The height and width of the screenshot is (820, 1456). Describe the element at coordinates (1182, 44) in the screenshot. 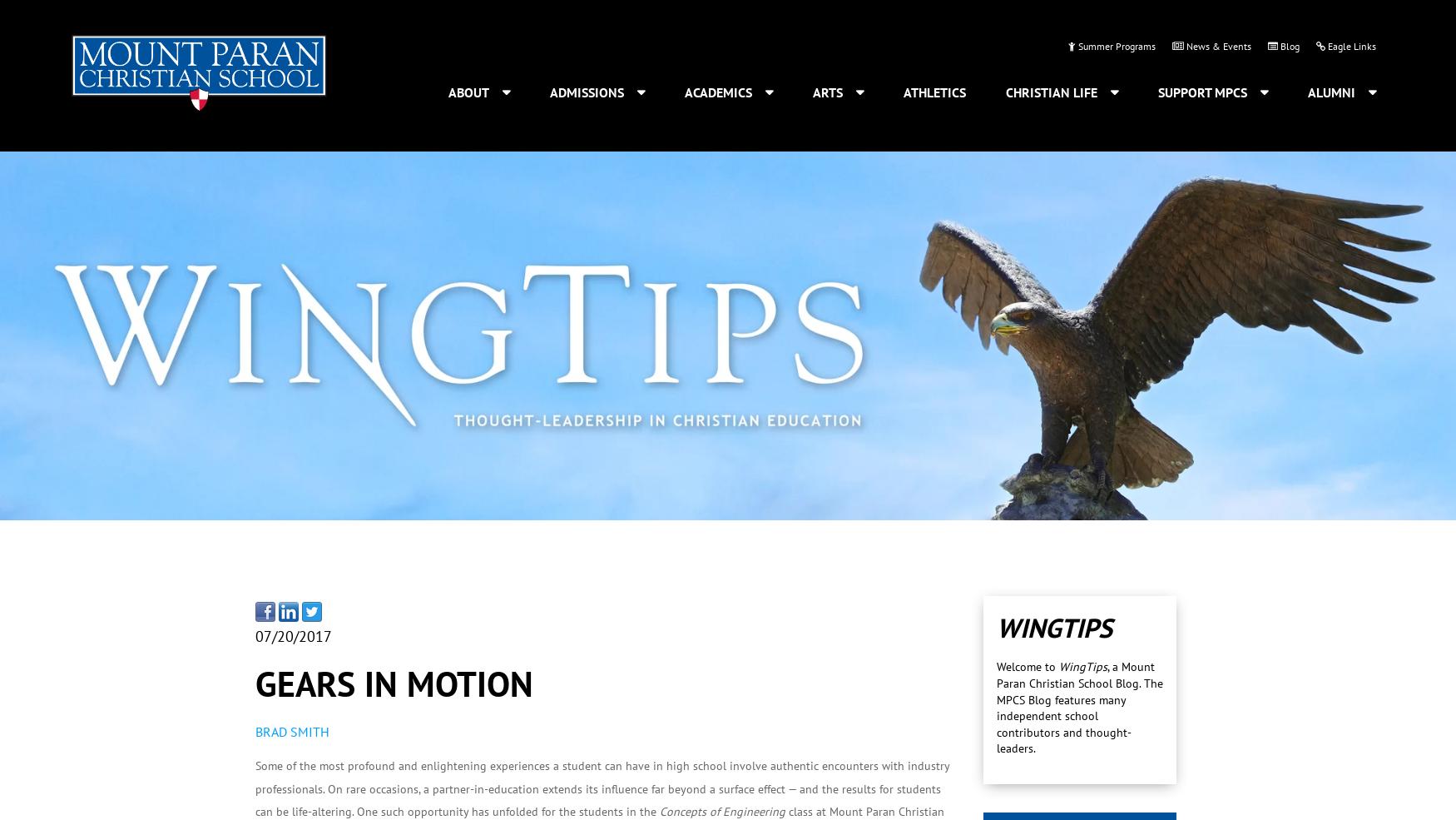

I see `'News & Events'` at that location.